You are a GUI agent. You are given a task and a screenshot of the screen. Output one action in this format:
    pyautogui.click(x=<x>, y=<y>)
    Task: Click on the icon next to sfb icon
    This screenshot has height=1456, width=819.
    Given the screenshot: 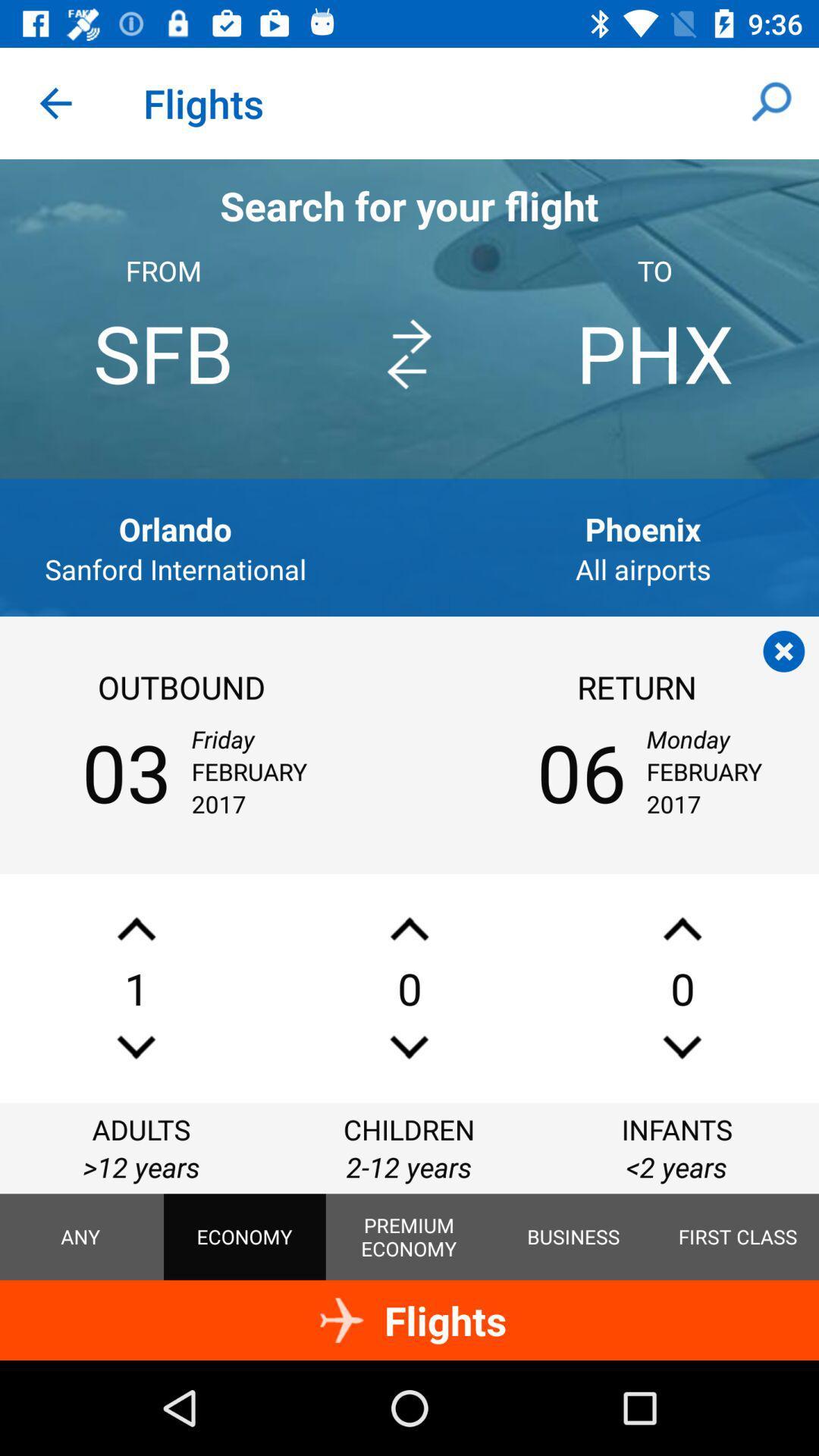 What is the action you would take?
    pyautogui.click(x=408, y=353)
    